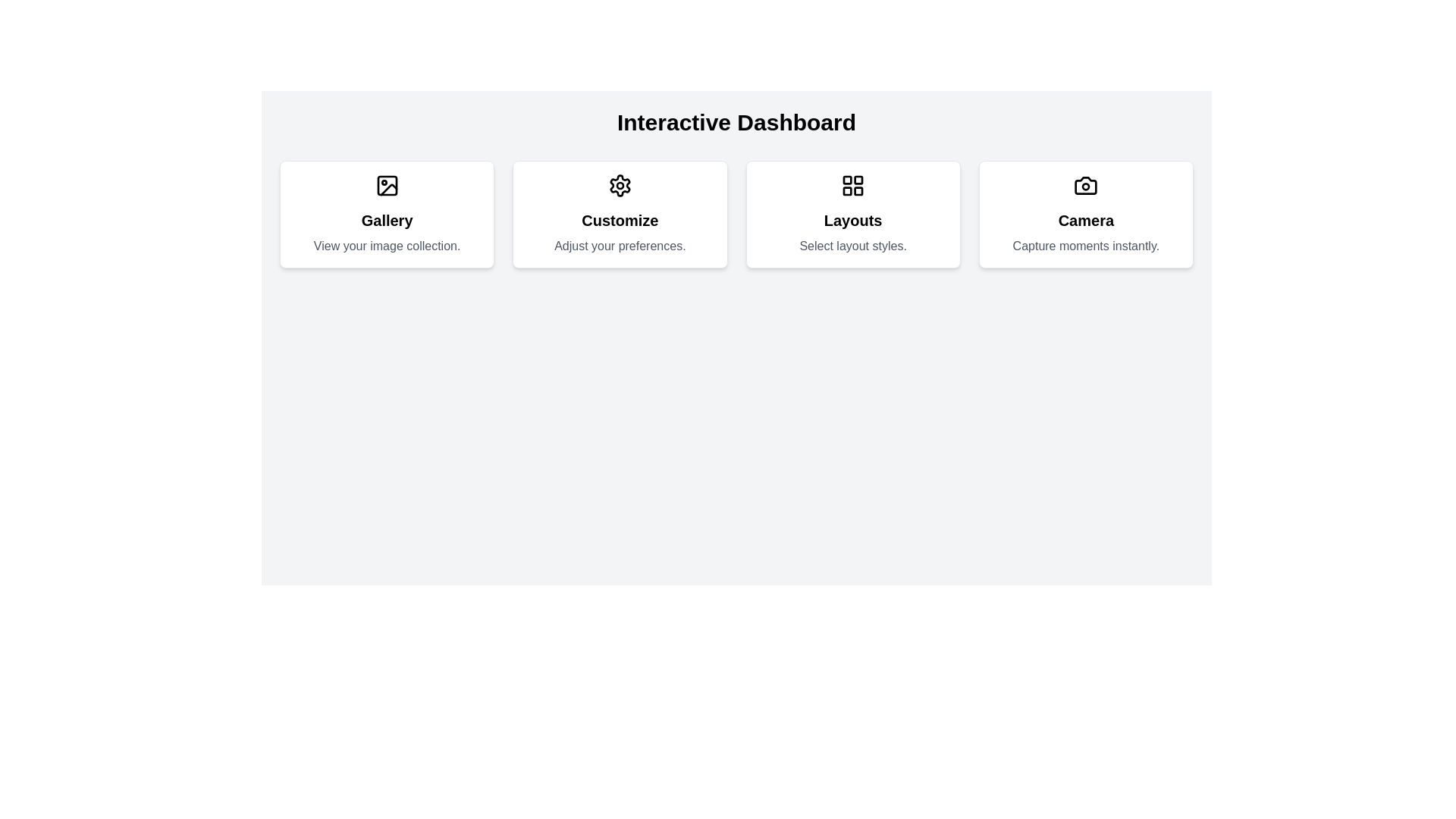  I want to click on the second square in the top row of the grid icon located above the 'Layouts' label, so click(858, 179).